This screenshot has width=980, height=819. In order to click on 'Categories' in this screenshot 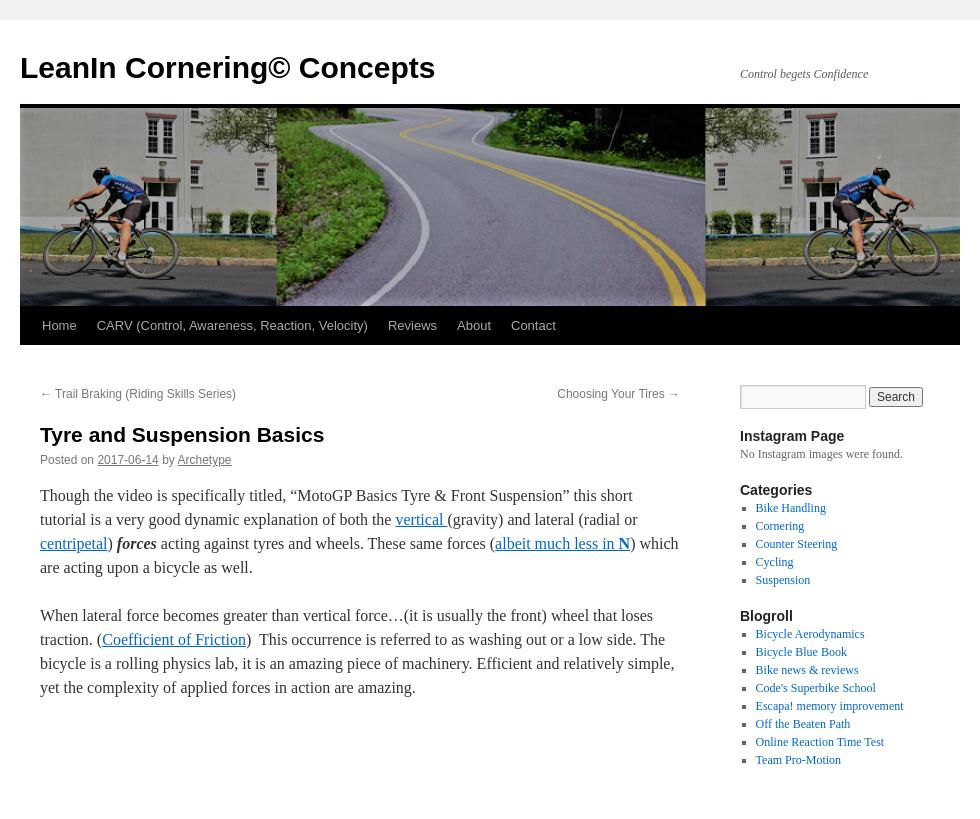, I will do `click(775, 489)`.